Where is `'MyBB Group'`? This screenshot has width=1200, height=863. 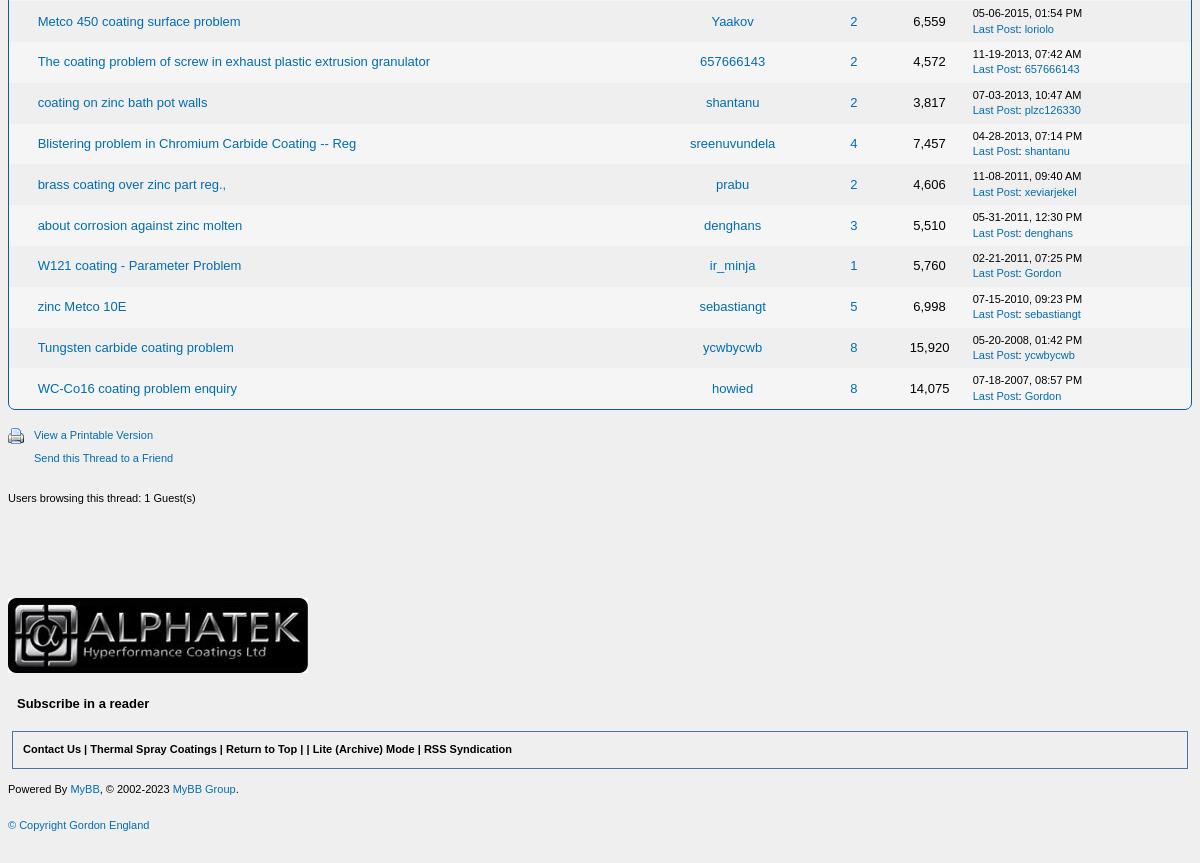
'MyBB Group' is located at coordinates (202, 787).